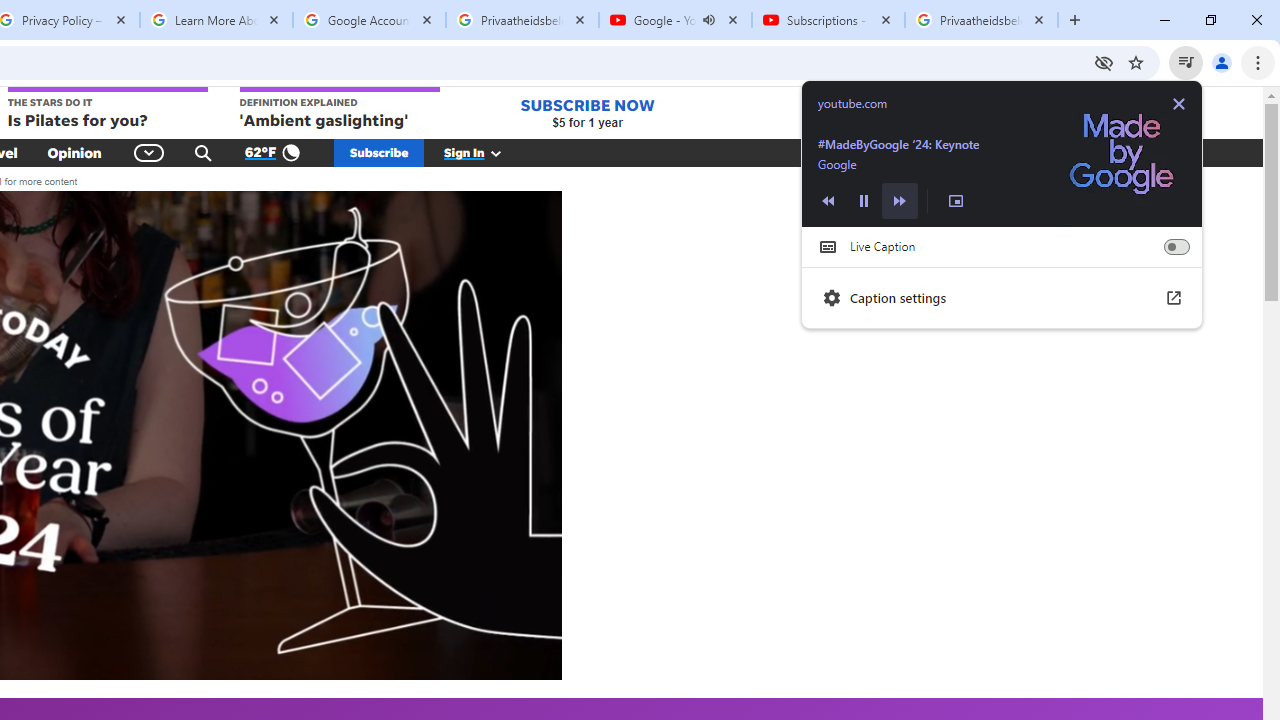 The width and height of the screenshot is (1280, 720). Describe the element at coordinates (864, 200) in the screenshot. I see `'Play'` at that location.